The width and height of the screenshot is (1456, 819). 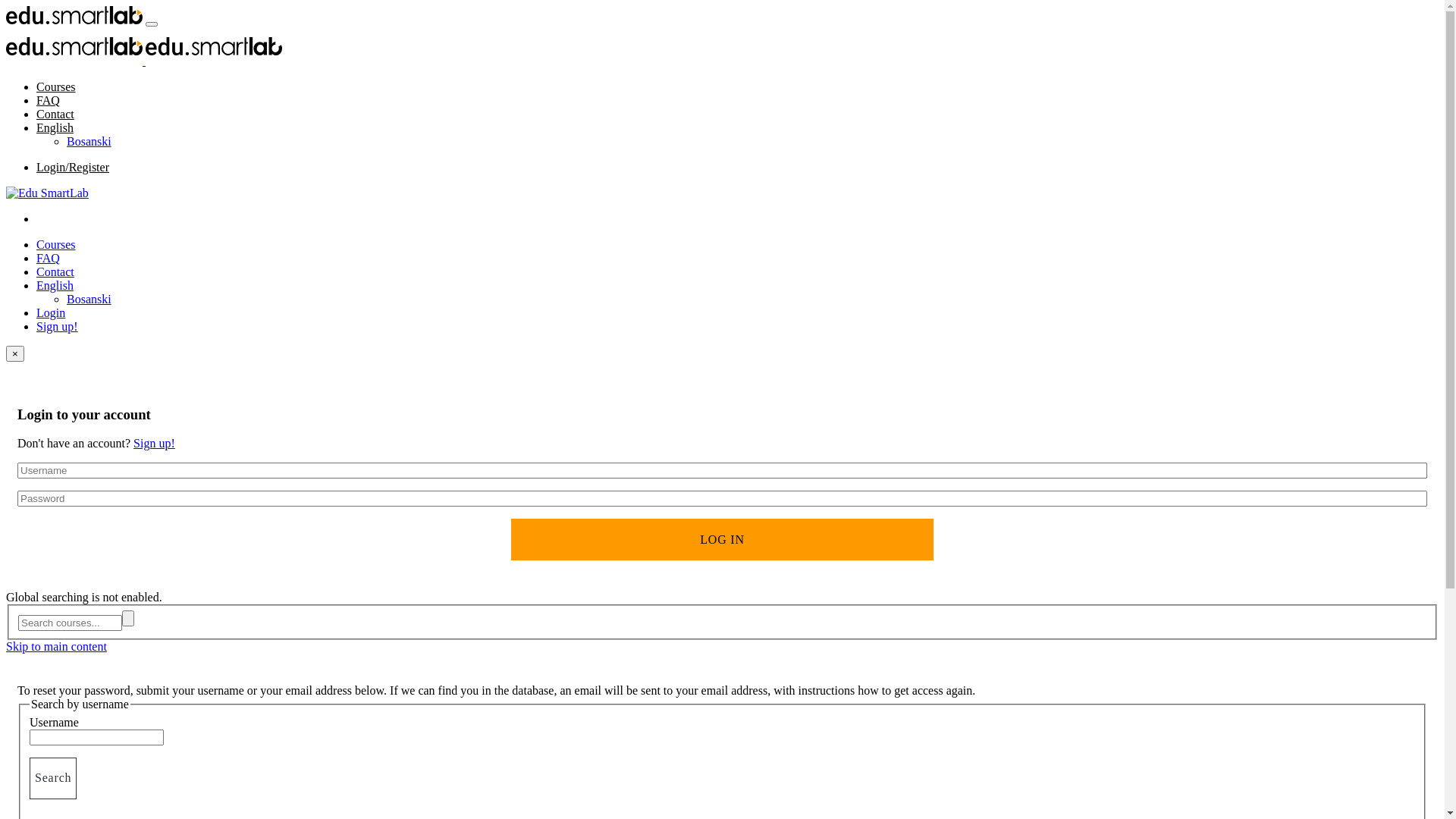 I want to click on 'English', so click(x=55, y=285).